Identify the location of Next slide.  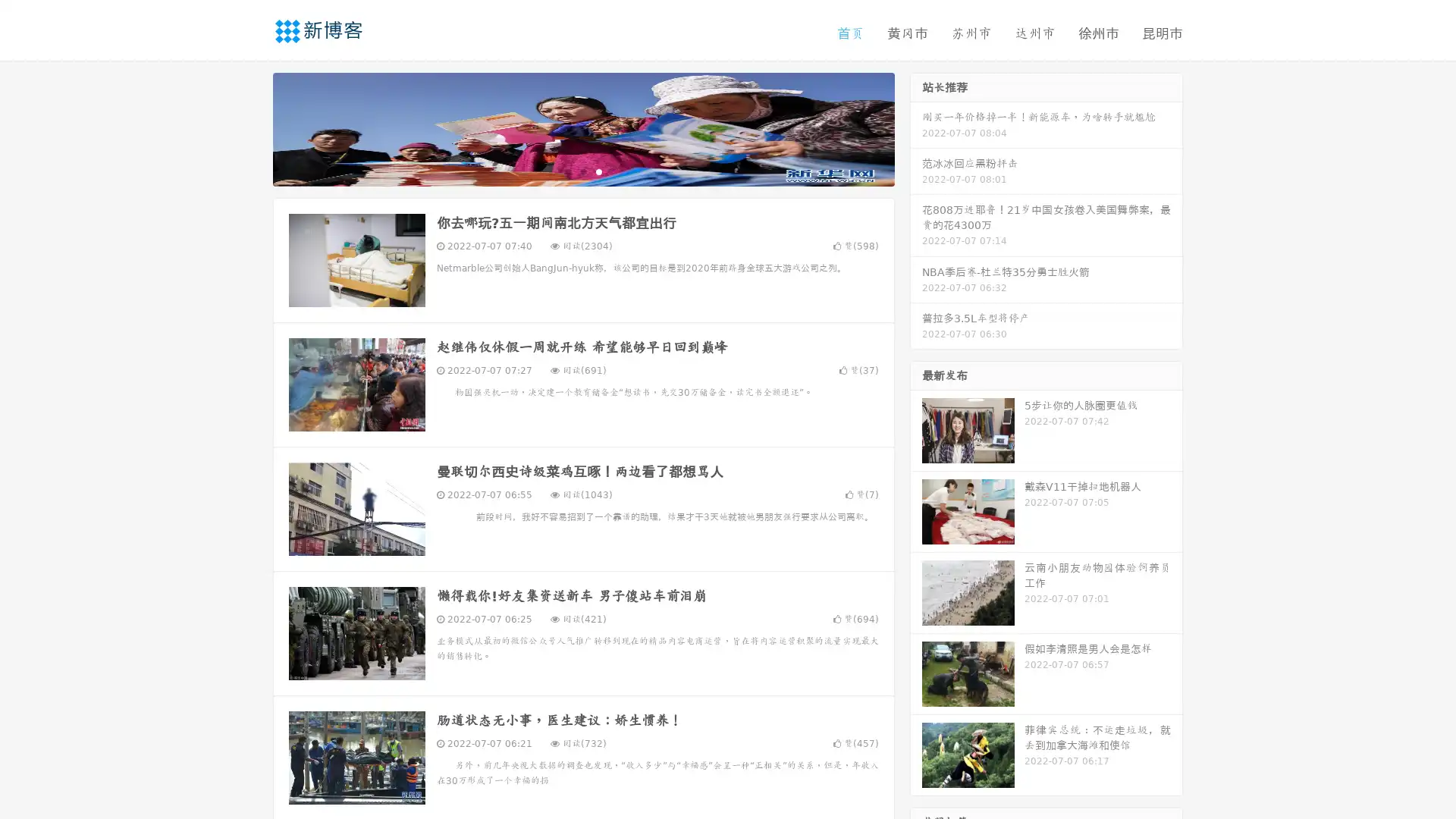
(916, 127).